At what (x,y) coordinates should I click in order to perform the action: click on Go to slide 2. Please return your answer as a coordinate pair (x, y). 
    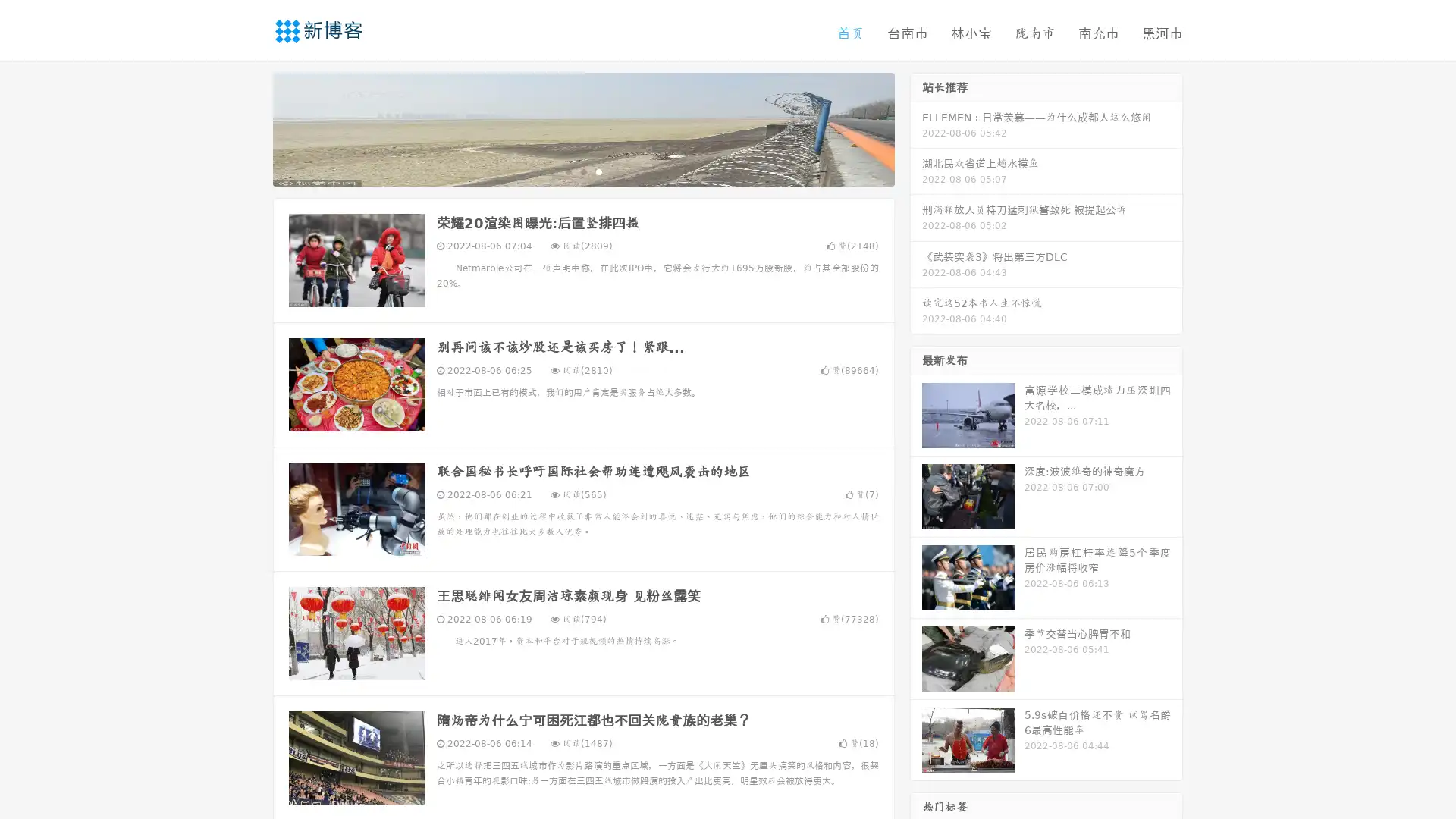
    Looking at the image, I should click on (582, 171).